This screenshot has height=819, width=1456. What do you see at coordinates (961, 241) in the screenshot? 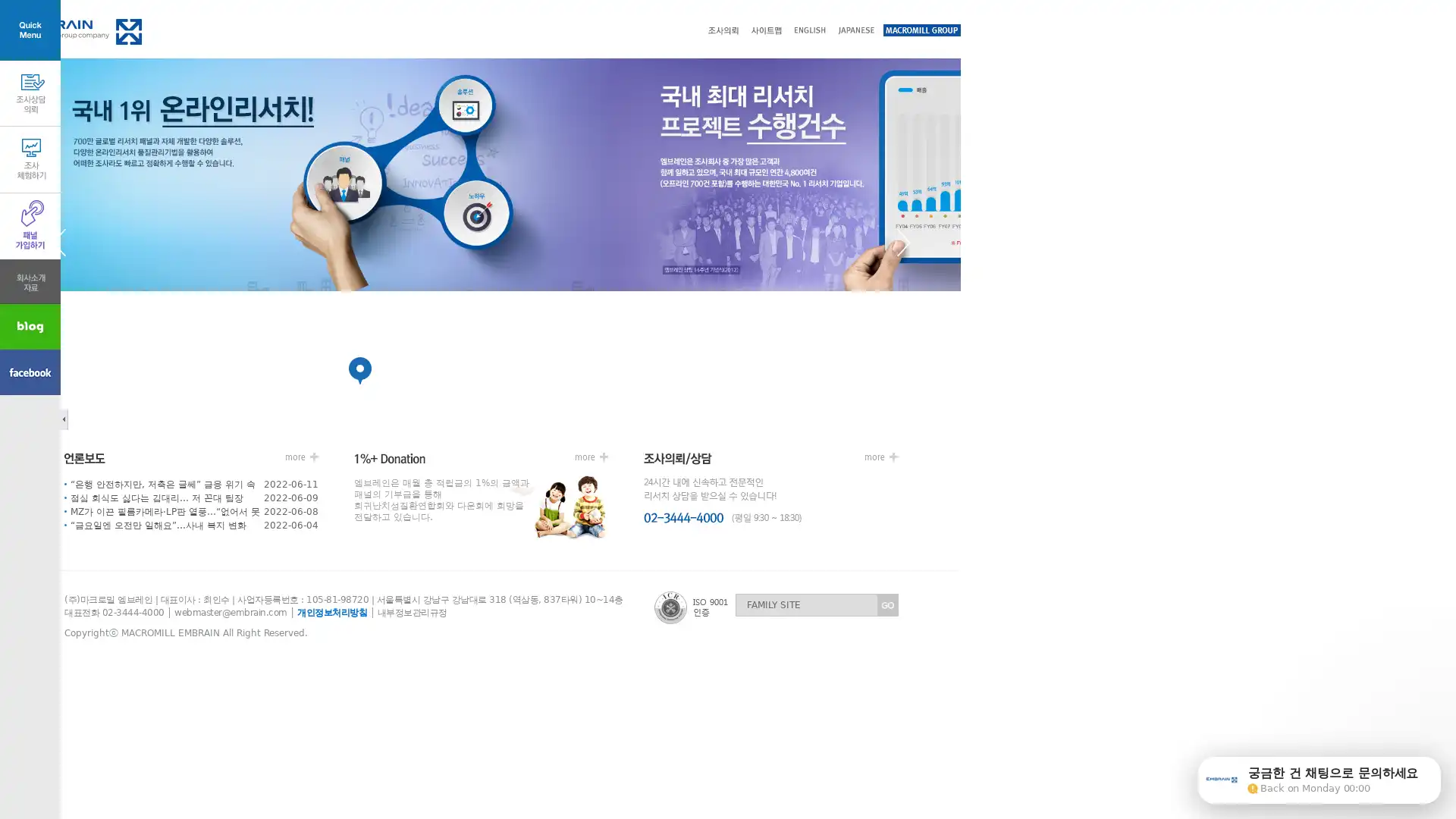
I see `Next` at bounding box center [961, 241].